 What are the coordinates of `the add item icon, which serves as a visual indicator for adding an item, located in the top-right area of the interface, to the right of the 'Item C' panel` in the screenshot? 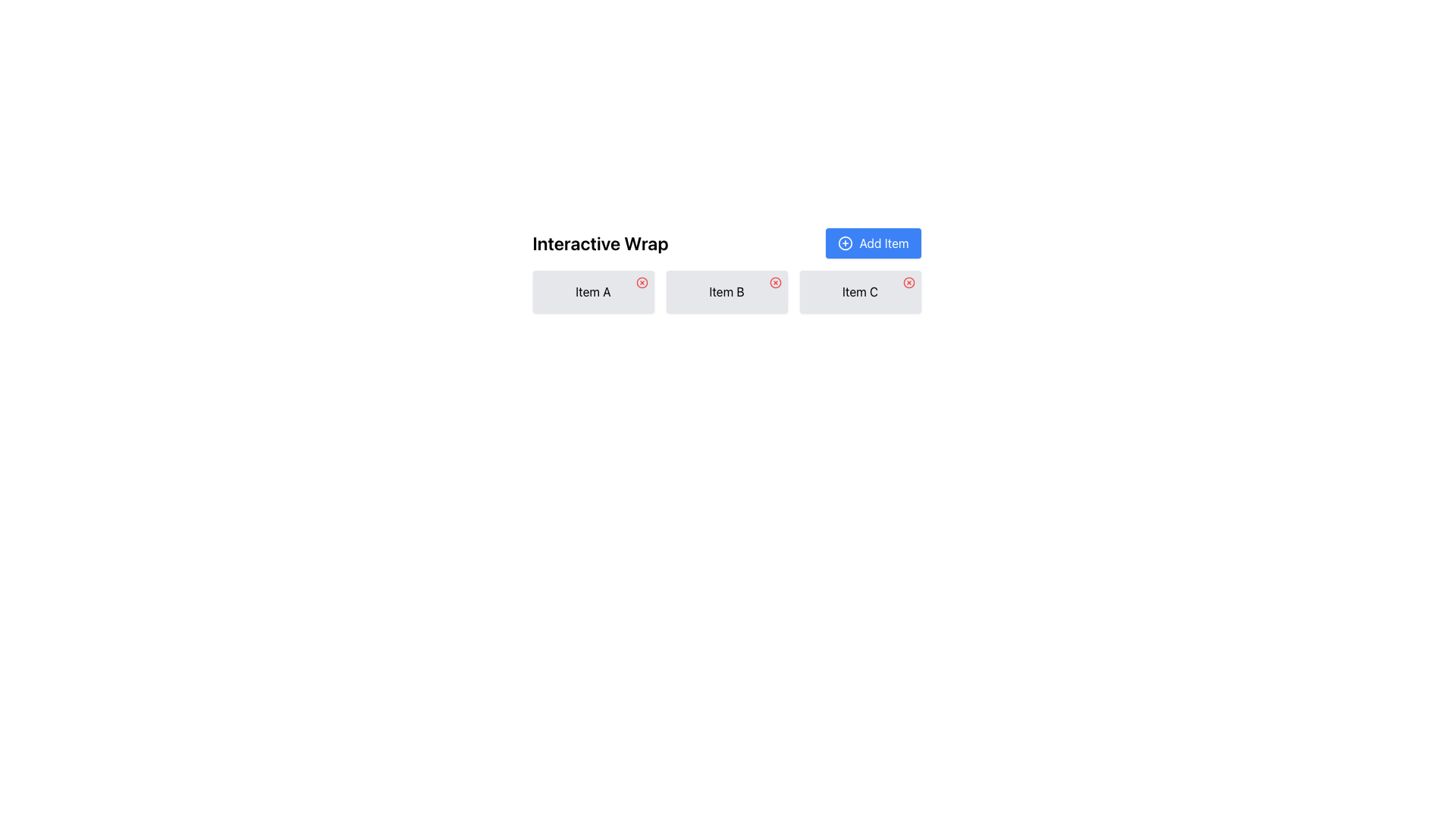 It's located at (845, 242).